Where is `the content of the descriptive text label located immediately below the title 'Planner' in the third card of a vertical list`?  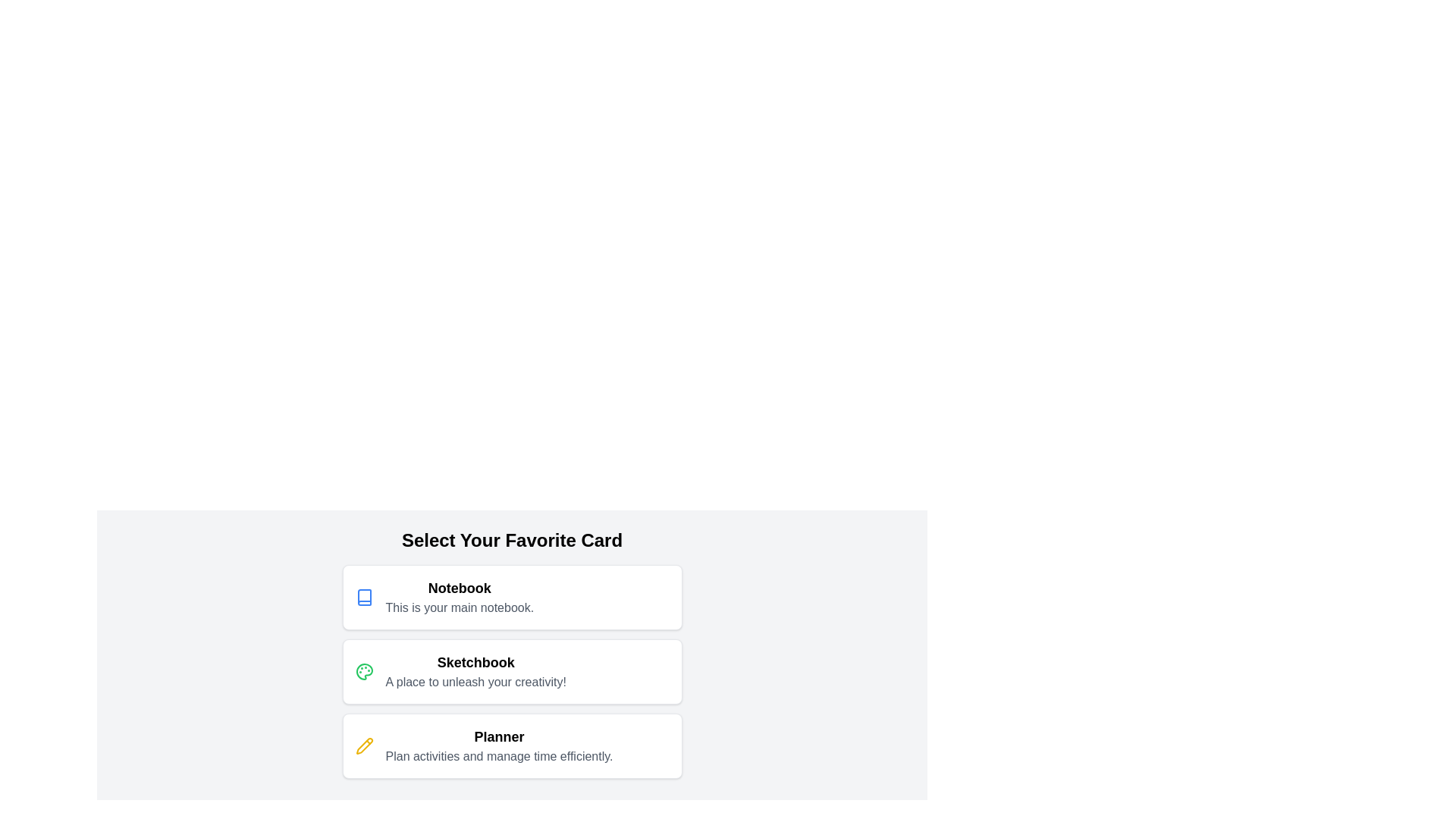
the content of the descriptive text label located immediately below the title 'Planner' in the third card of a vertical list is located at coordinates (499, 757).